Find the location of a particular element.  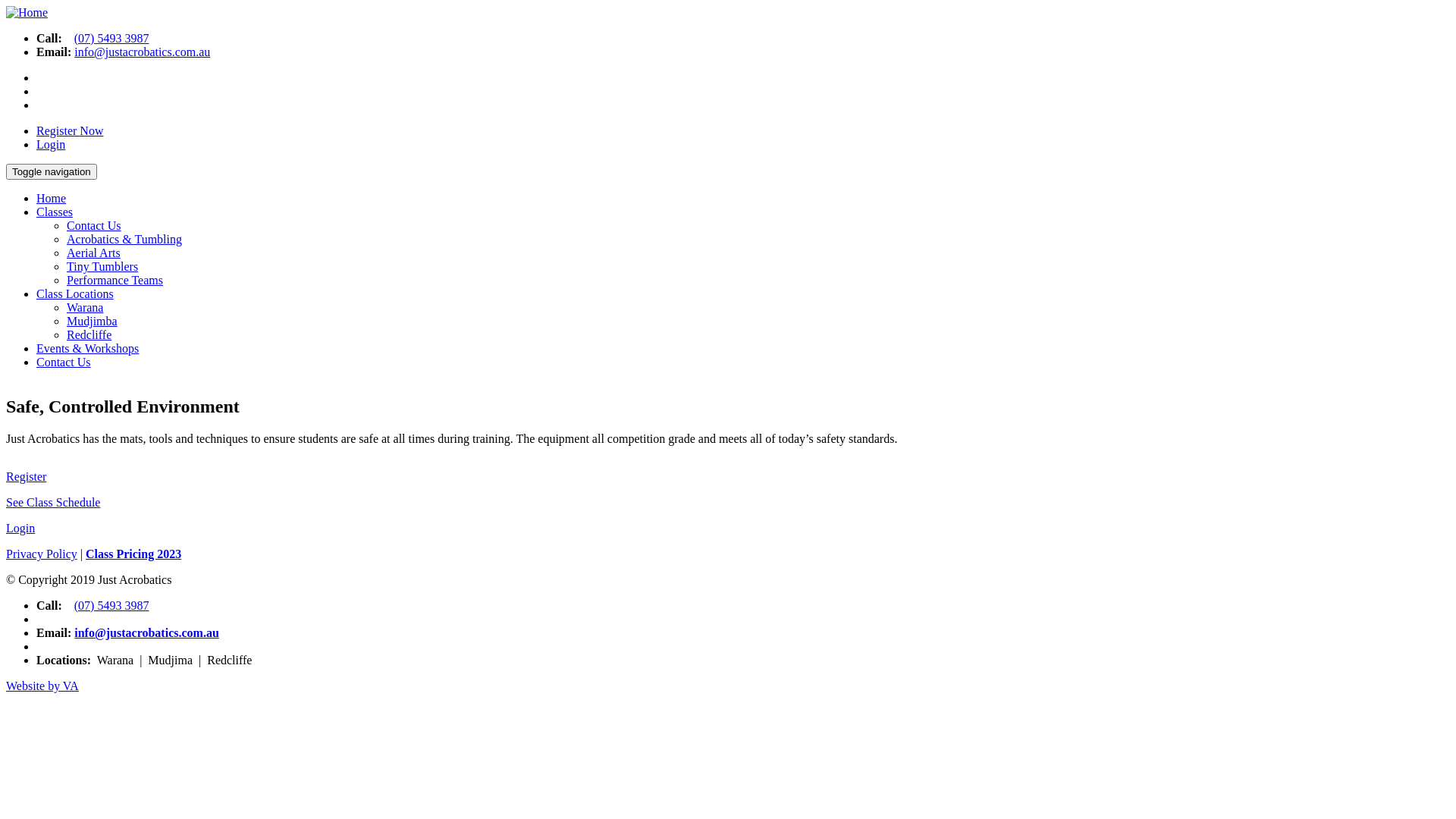

'Performance Teams' is located at coordinates (114, 280).